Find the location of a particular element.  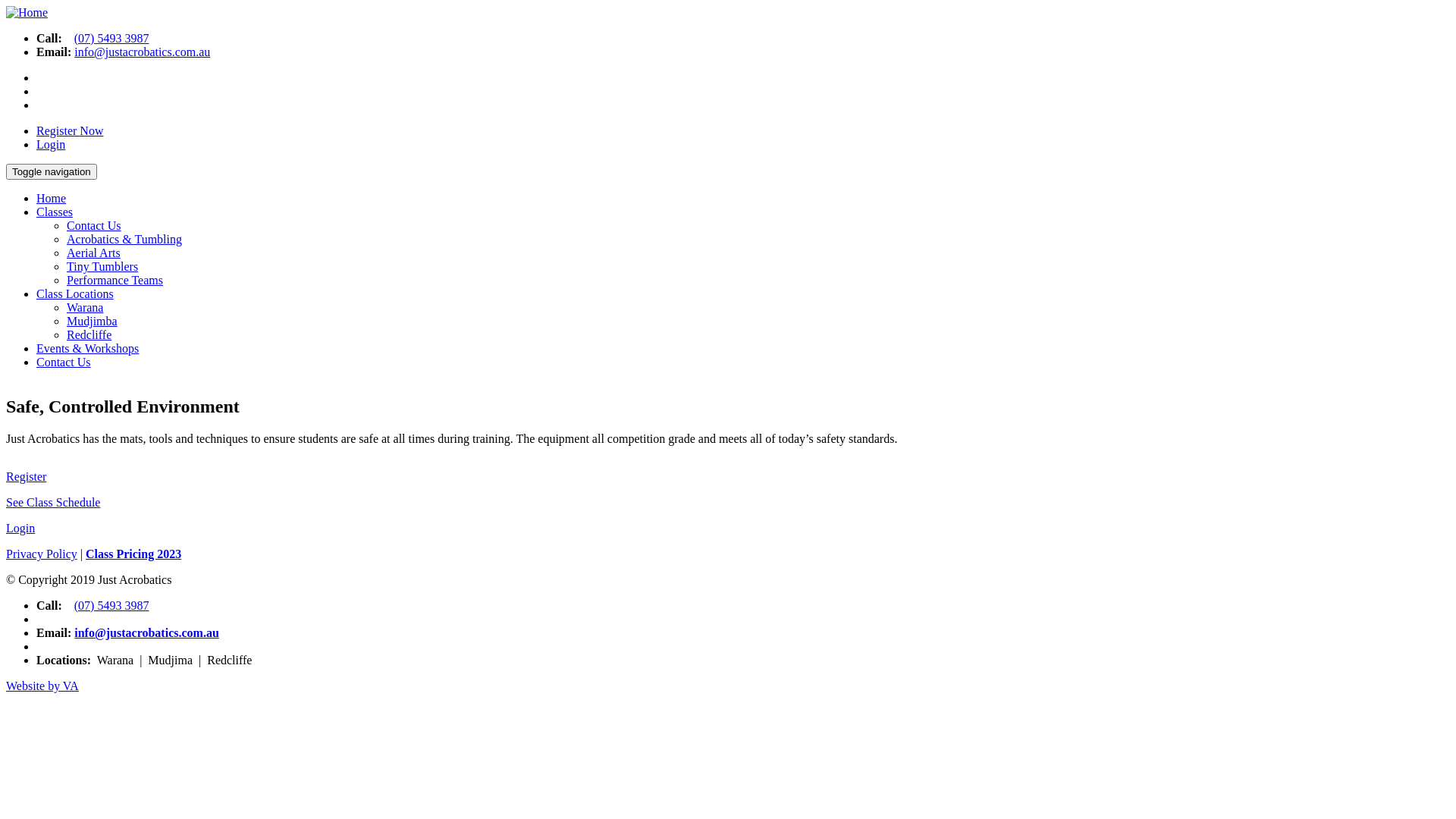

'Performance Teams' is located at coordinates (114, 280).